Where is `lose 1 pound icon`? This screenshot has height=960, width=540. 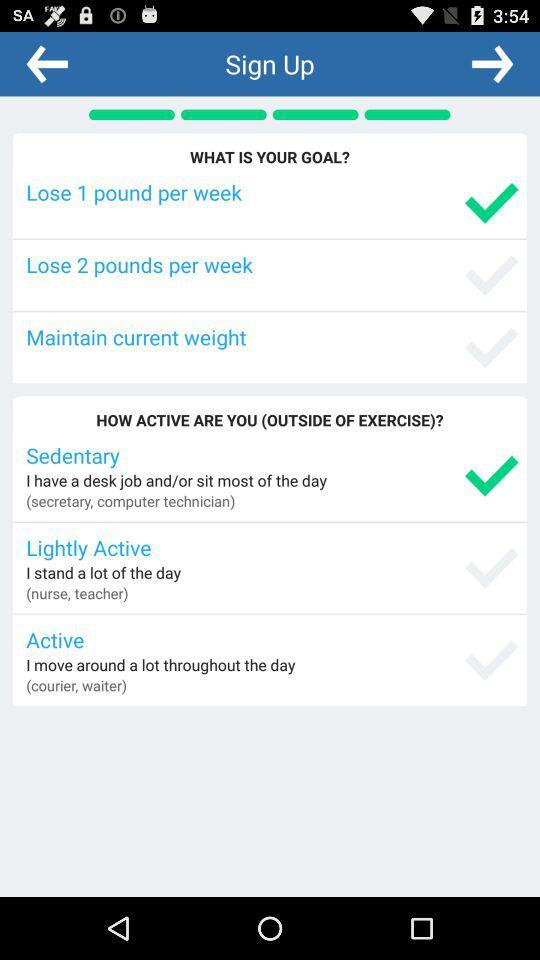
lose 1 pound icon is located at coordinates (271, 192).